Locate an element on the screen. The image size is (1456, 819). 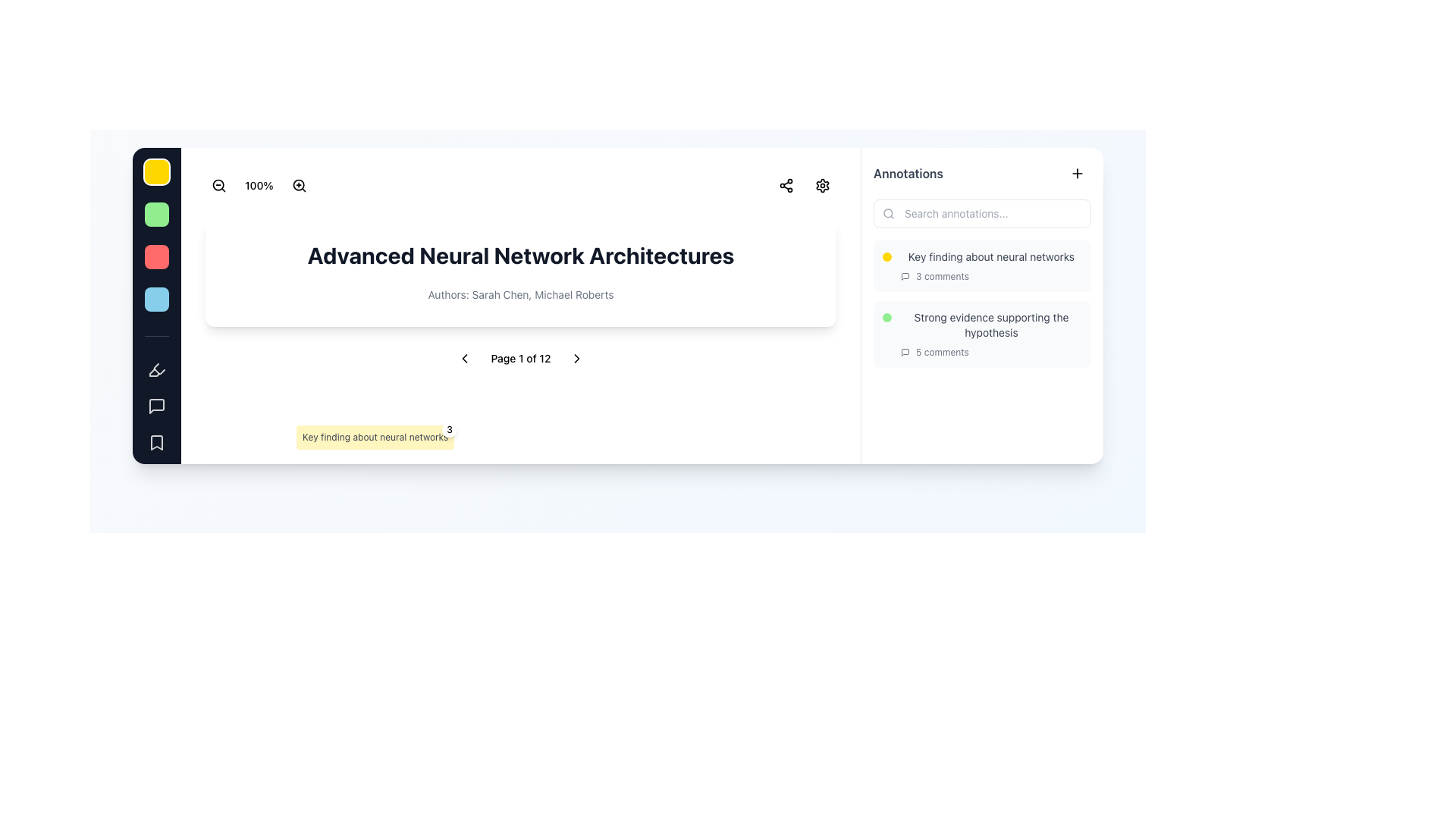
the chevron icon button located to the right of the text 'Page 1 of 12' is located at coordinates (576, 359).